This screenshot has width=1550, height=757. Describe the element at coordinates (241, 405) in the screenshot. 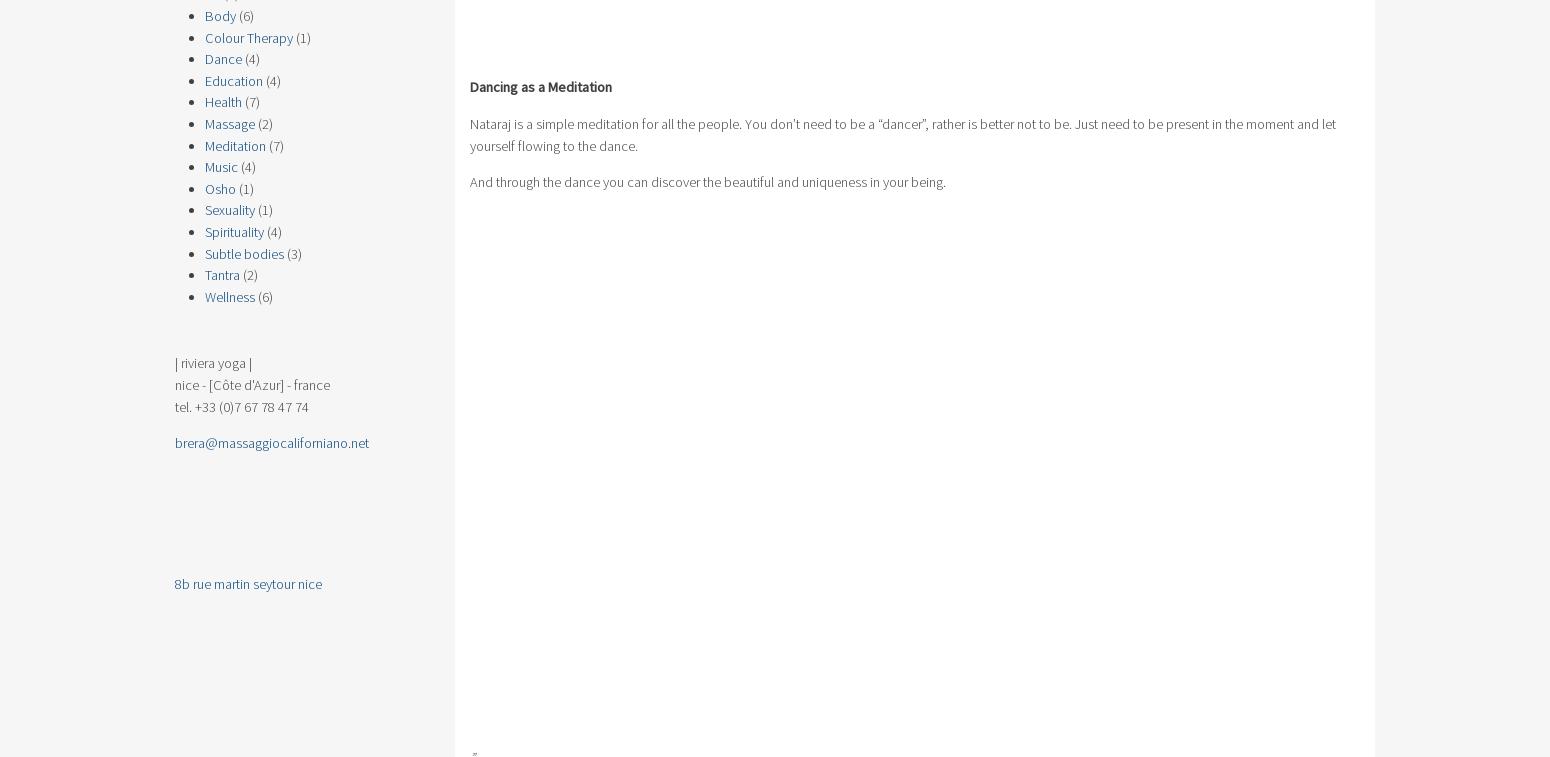

I see `'tel. +33 (0)7 67 78 47 74'` at that location.